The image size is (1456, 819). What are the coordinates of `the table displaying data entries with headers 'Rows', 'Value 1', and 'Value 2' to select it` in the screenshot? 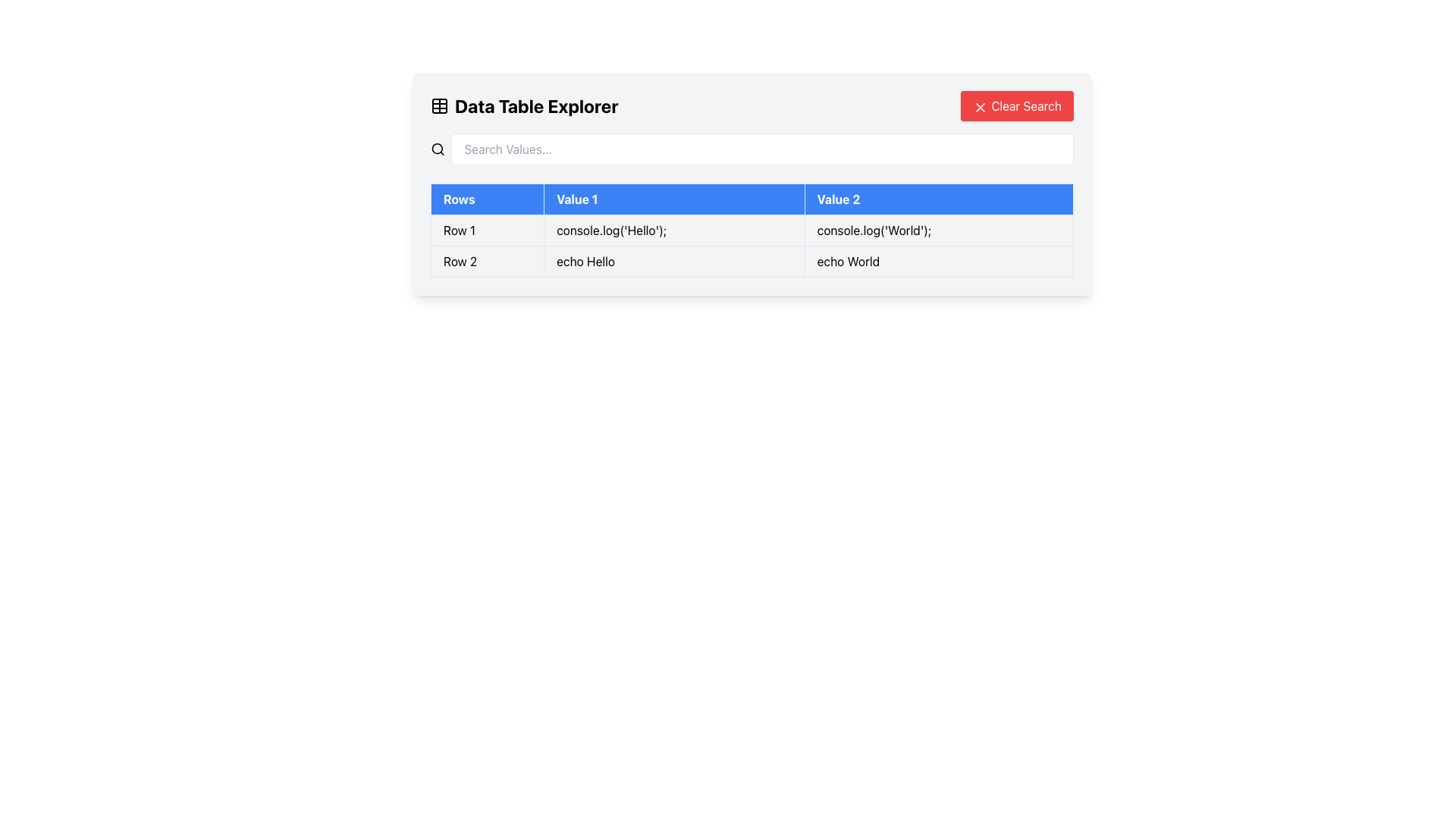 It's located at (752, 231).